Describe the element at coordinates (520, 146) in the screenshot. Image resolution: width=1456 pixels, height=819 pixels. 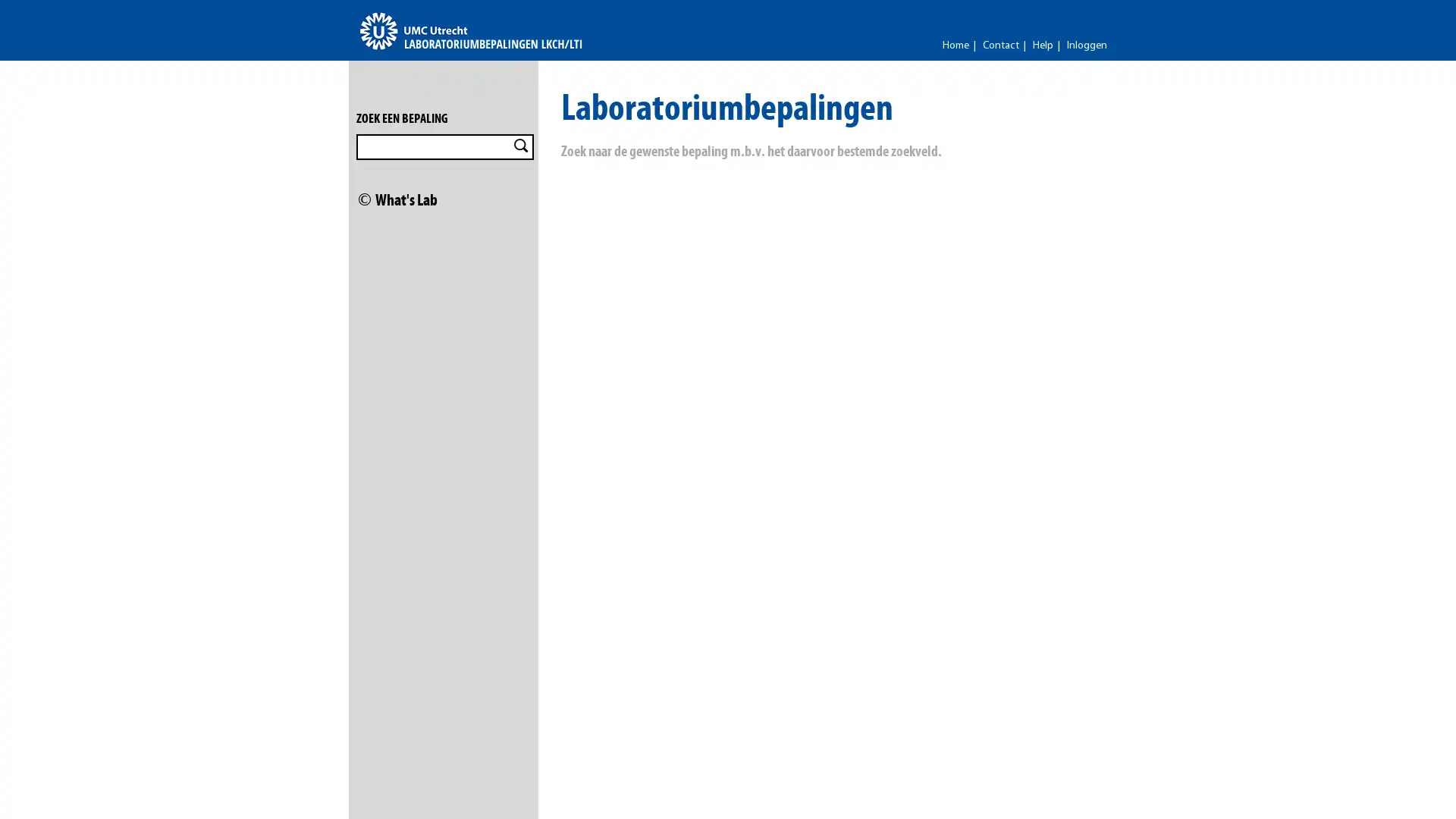
I see `Zoek naar bepaling` at that location.